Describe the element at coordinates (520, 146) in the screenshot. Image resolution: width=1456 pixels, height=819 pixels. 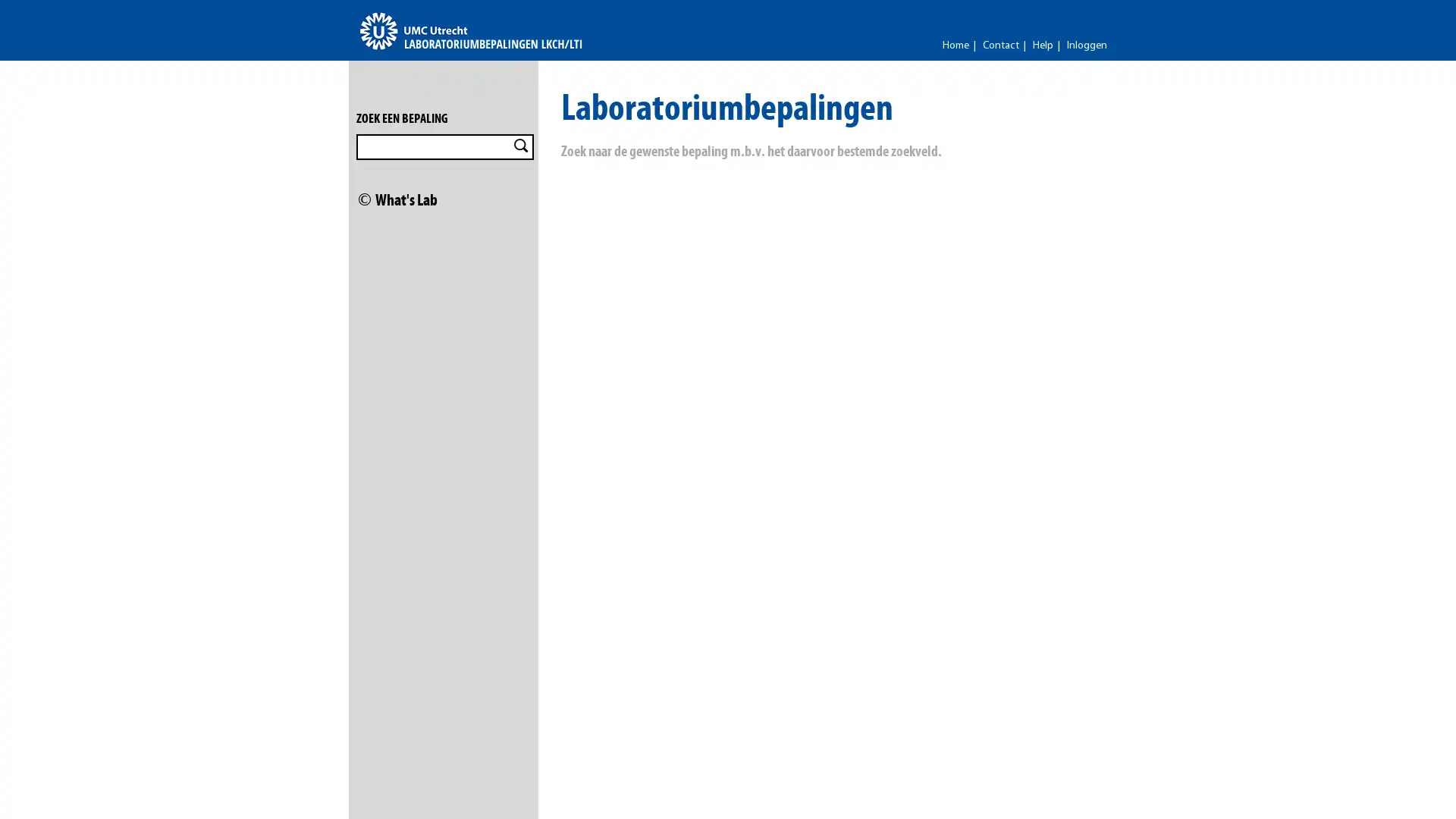
I see `Zoek naar bepaling` at that location.